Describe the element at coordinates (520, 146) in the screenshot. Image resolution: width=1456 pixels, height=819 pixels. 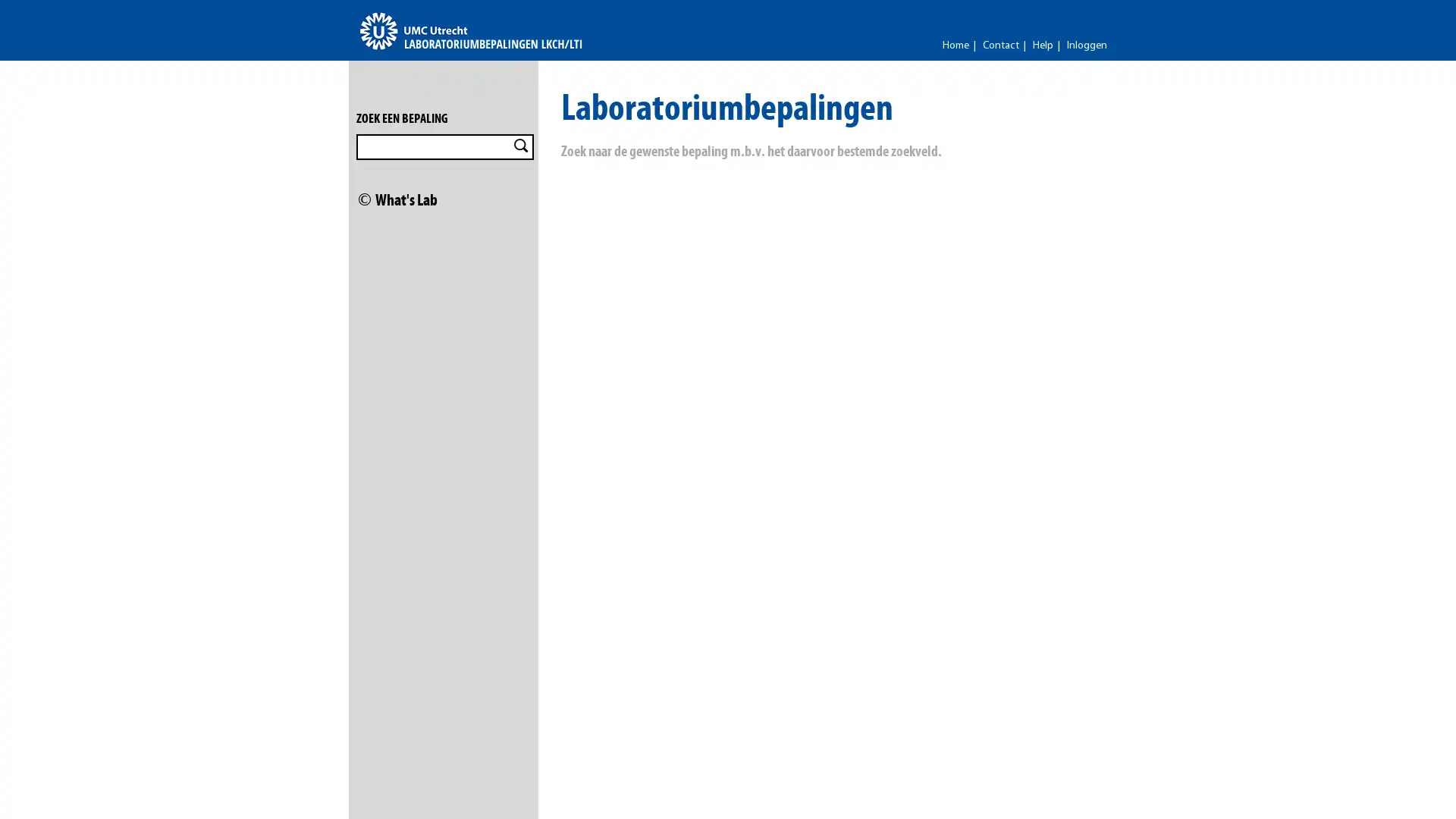
I see `Zoek naar bepaling` at that location.